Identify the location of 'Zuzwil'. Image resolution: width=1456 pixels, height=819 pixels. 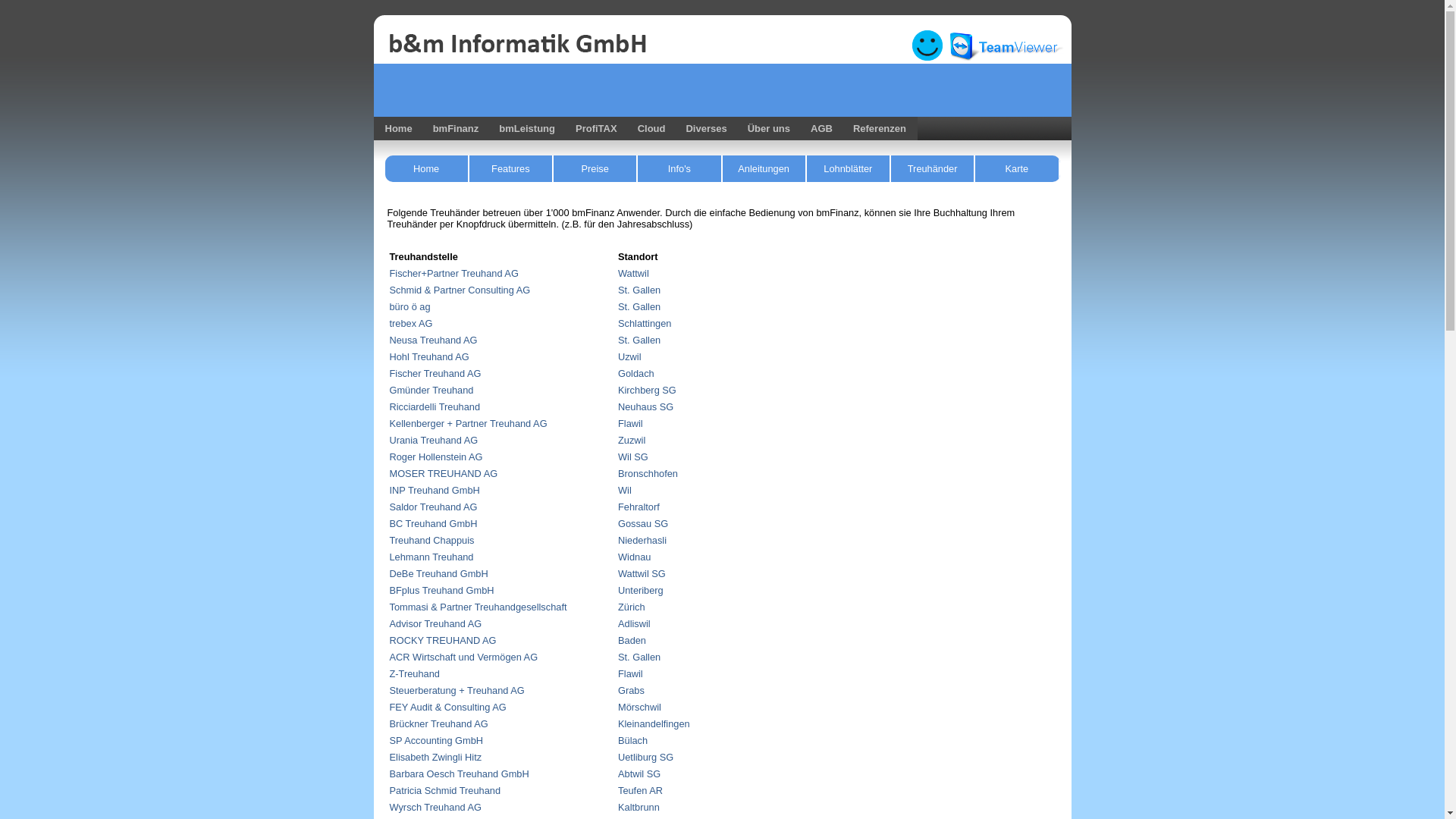
(618, 440).